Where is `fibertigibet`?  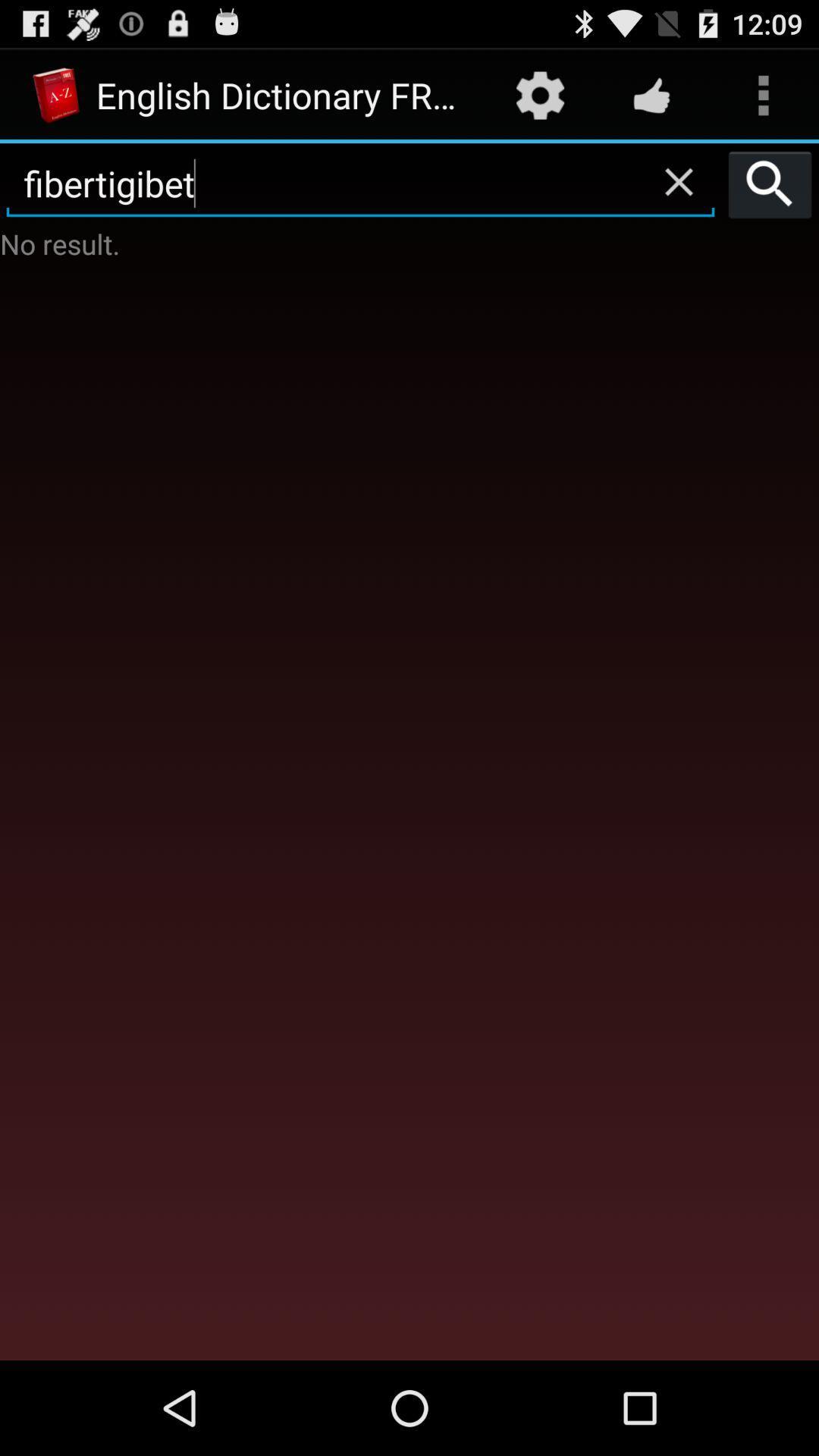
fibertigibet is located at coordinates (360, 184).